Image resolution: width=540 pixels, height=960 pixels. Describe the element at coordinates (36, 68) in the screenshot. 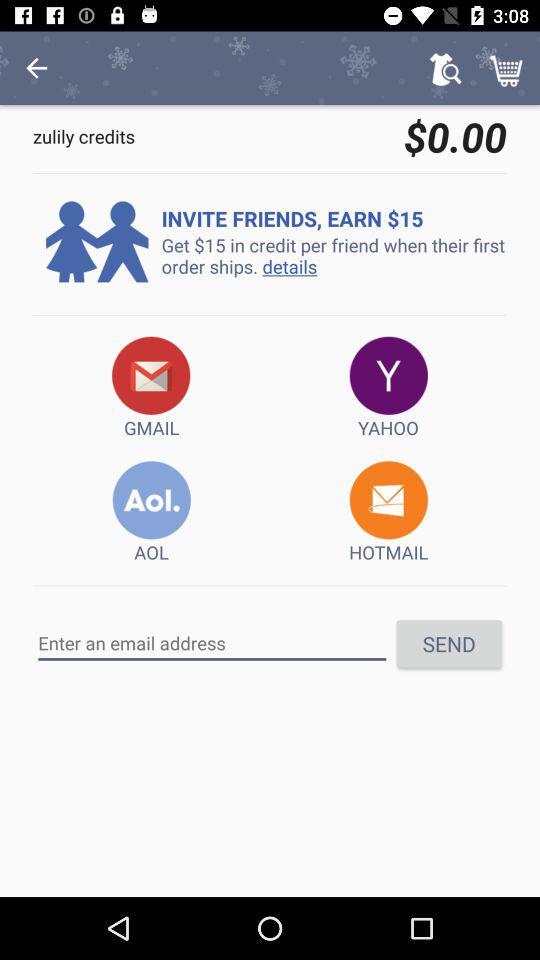

I see `icon above the zulily credits icon` at that location.